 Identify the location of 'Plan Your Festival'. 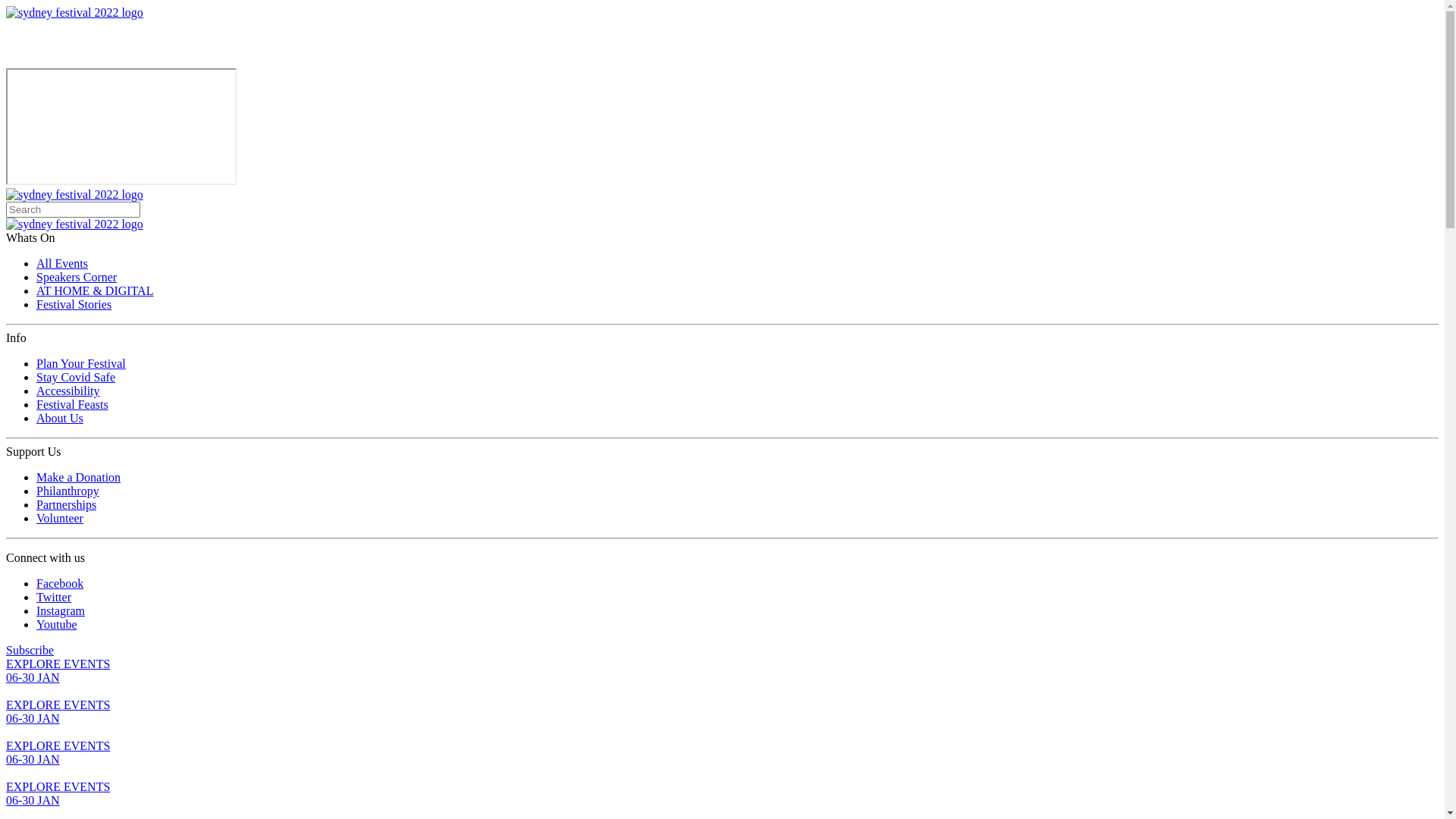
(80, 363).